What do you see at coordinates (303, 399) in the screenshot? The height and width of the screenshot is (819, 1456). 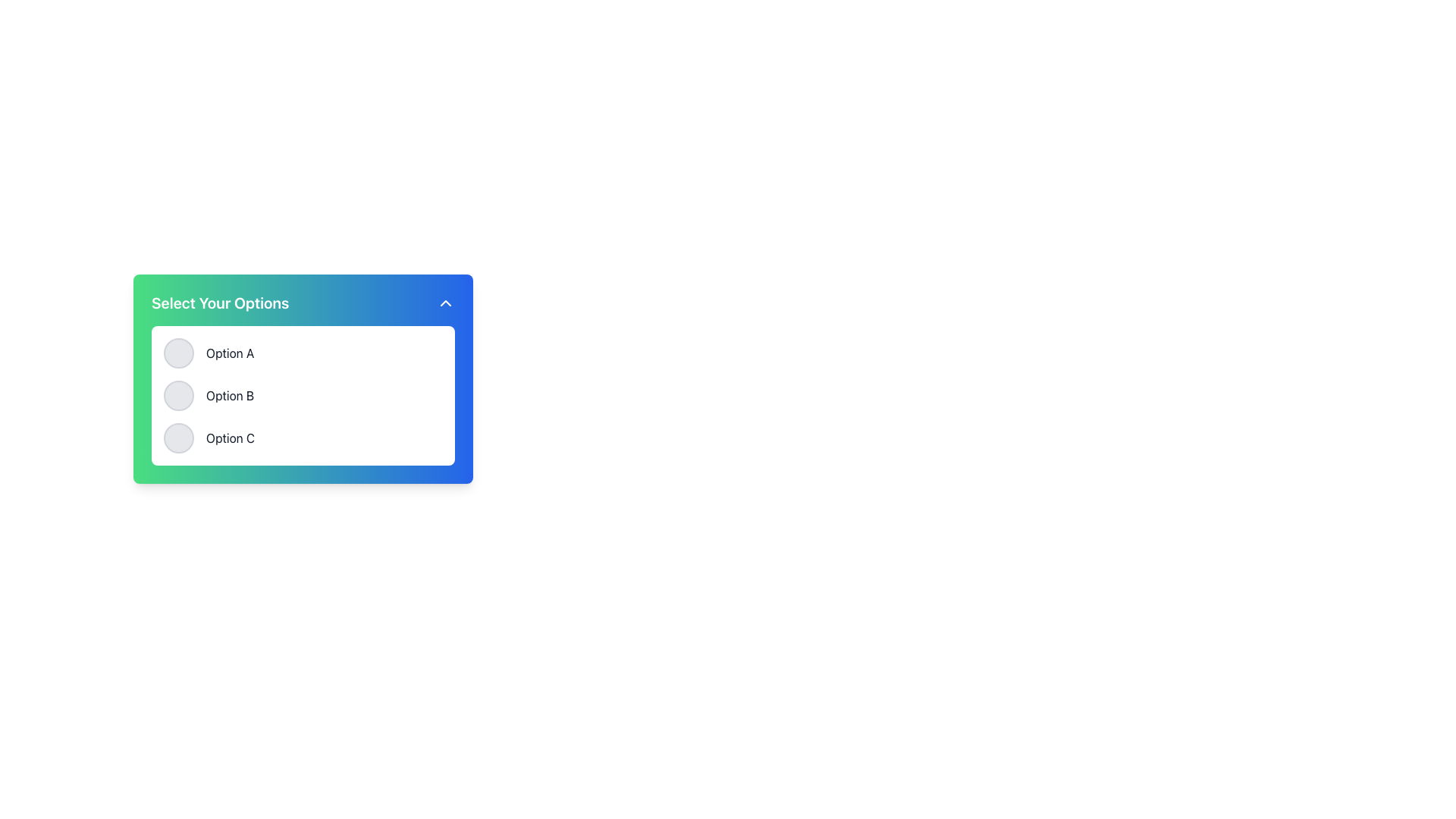 I see `the checkboxes in the selection panel located centrally in the layout` at bounding box center [303, 399].